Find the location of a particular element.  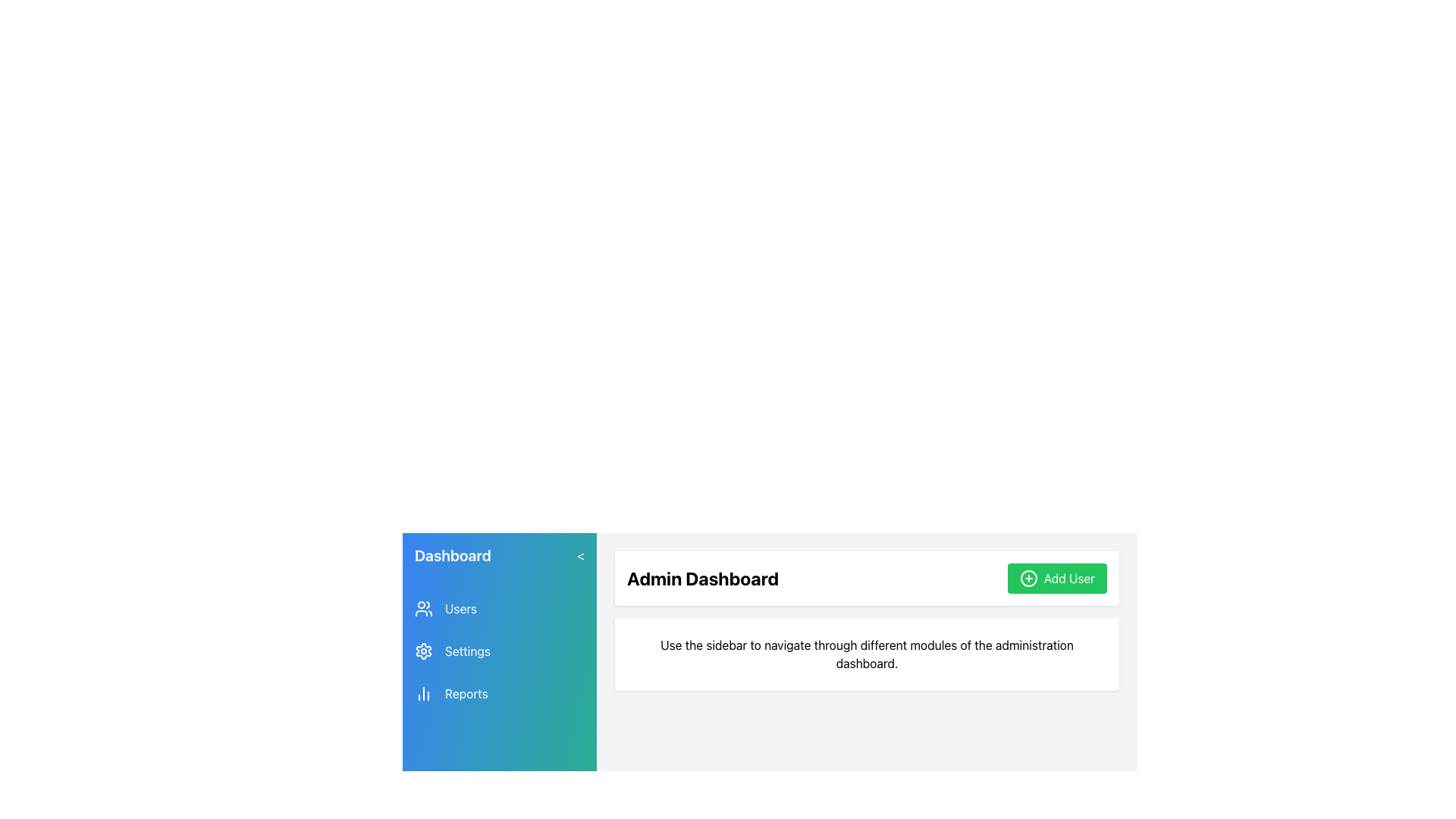

the Text Label that serves as a navigation option for accessing user-related functionalities, located under the 'Dashboard' heading in the sidebar, specifically the second item in the list is located at coordinates (460, 607).